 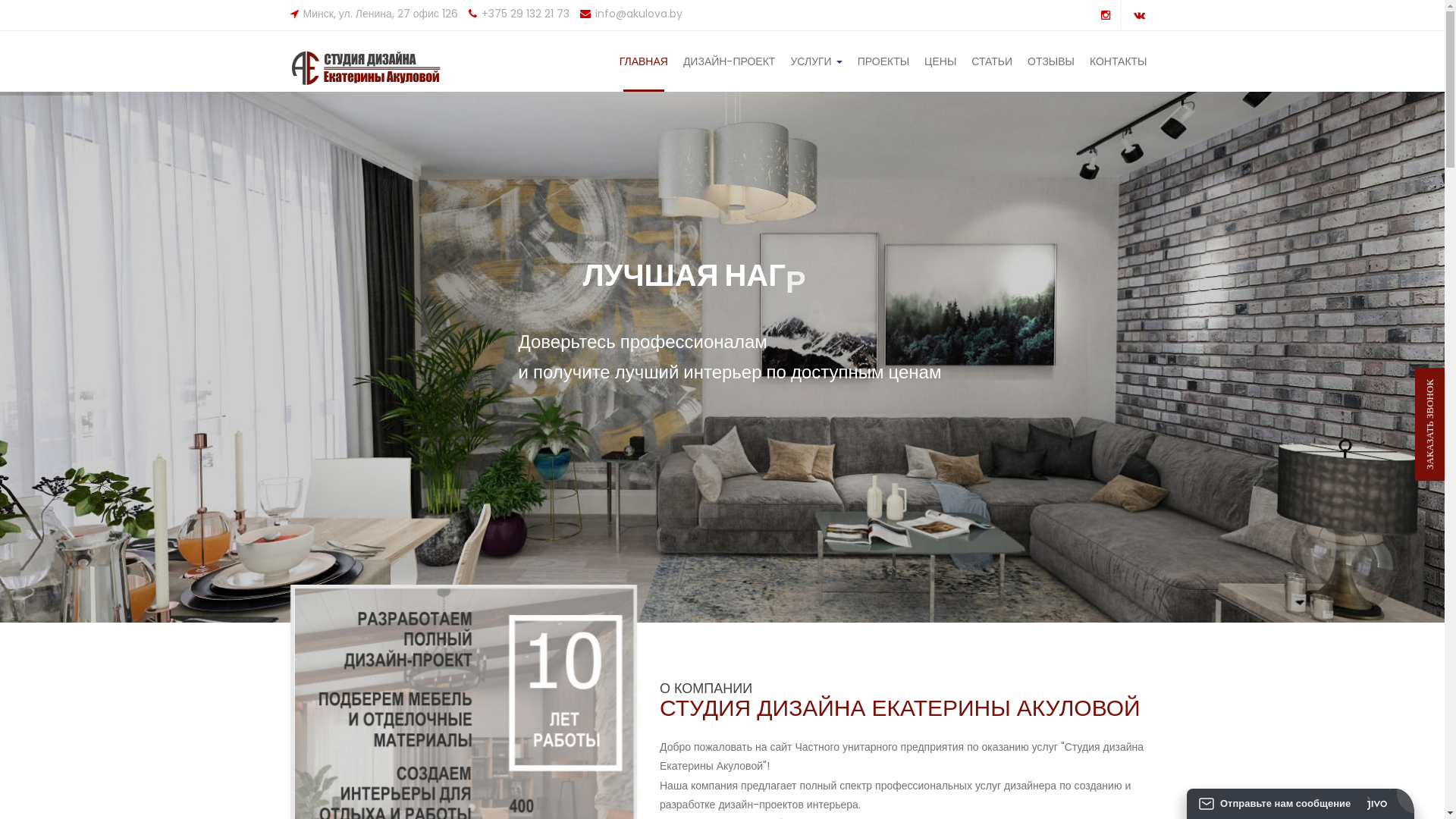 What do you see at coordinates (373, 67) in the screenshot?
I see `'akulova.by'` at bounding box center [373, 67].